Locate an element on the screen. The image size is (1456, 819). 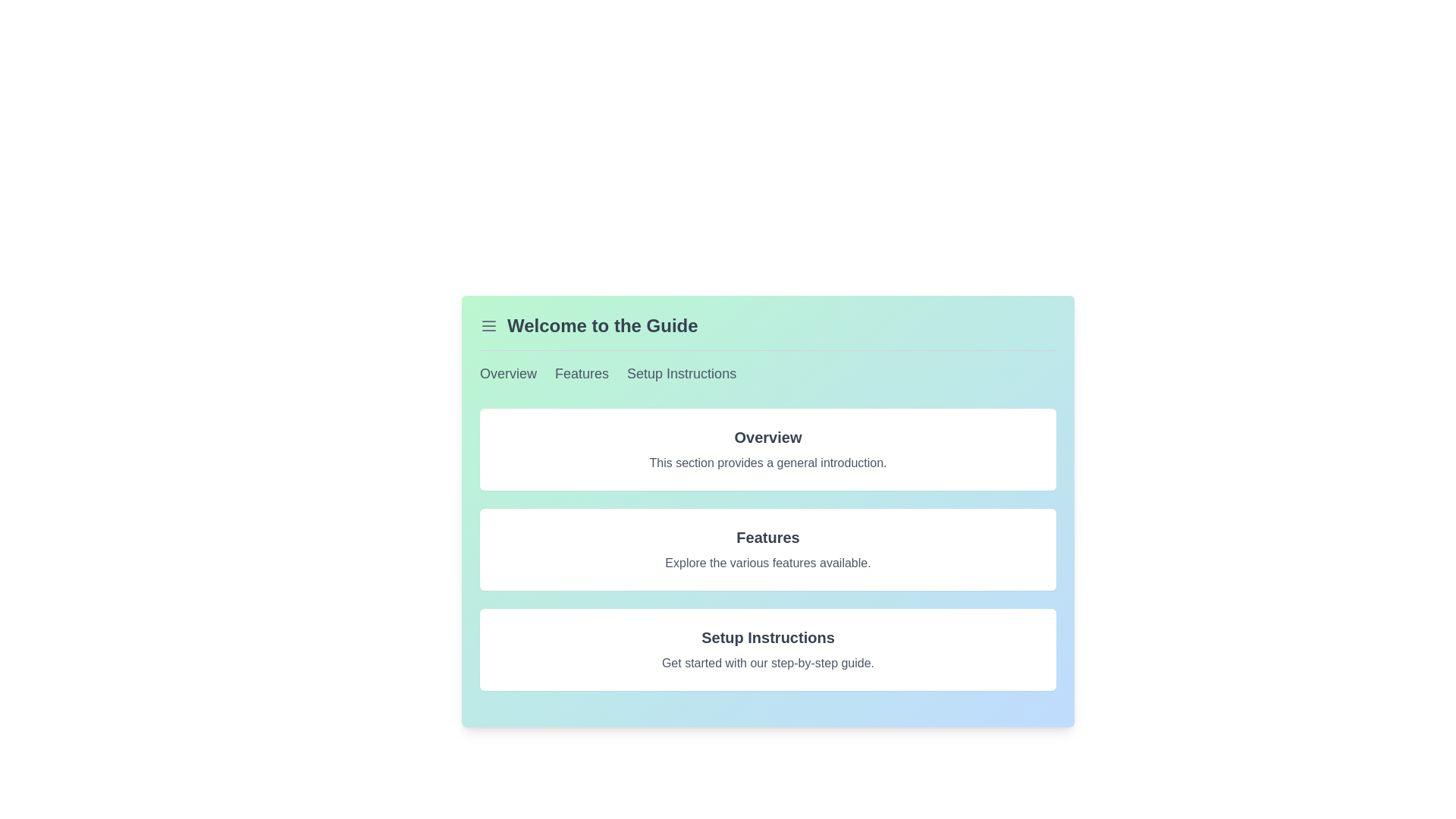
the instructional text element located in the 'Setup Instructions' section, positioned below the section title and aligned to the left margin is located at coordinates (767, 663).